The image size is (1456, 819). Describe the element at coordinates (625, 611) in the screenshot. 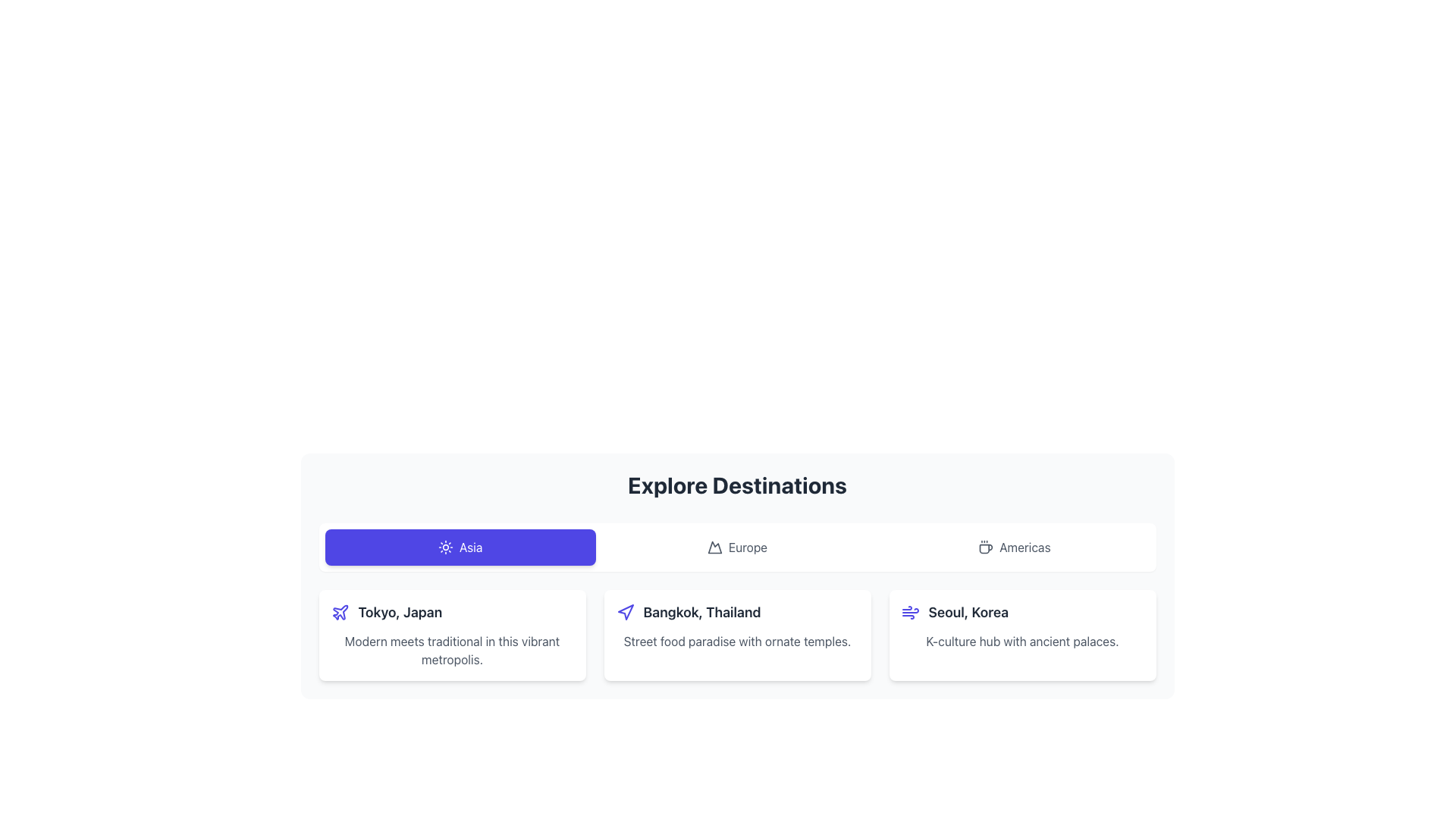

I see `the decorative icon located at the top-left corner of the second card labeled 'Bangkok, Thailand', which symbolizes navigation or travel-related content` at that location.